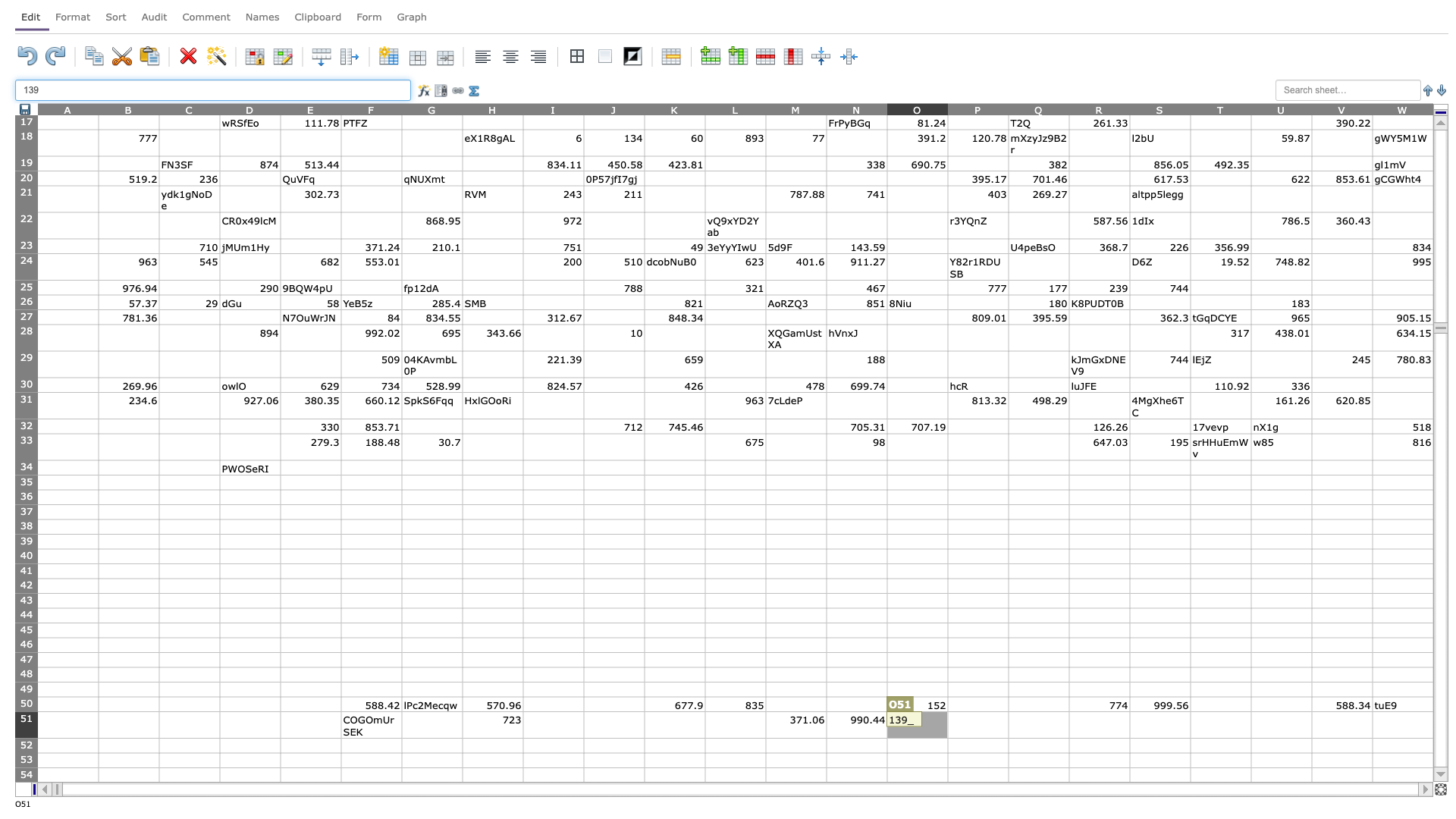 The height and width of the screenshot is (819, 1456). What do you see at coordinates (946, 711) in the screenshot?
I see `top left corner of P51` at bounding box center [946, 711].